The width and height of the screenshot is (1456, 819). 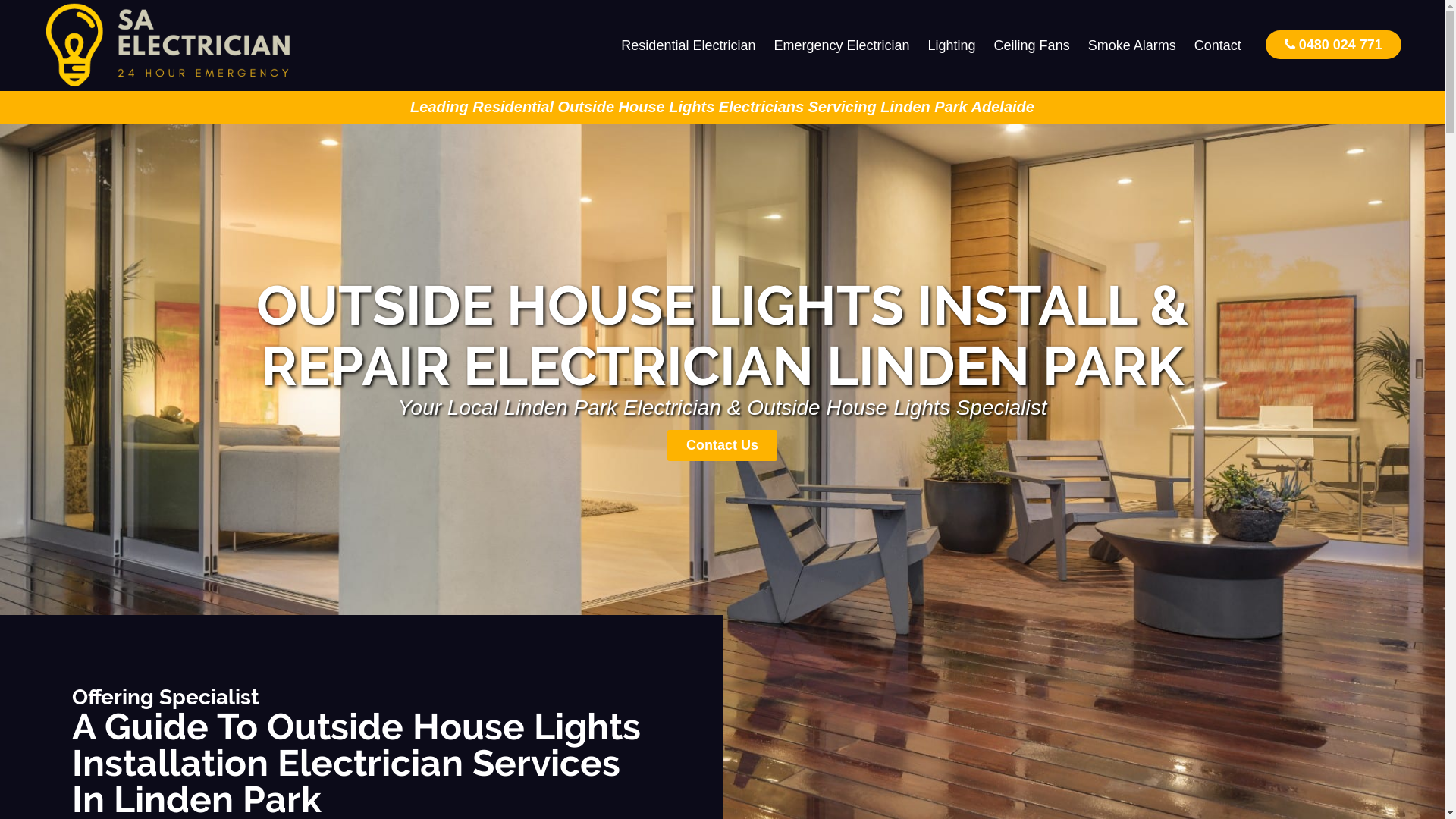 I want to click on 'Ceiling Fans', so click(x=1031, y=45).